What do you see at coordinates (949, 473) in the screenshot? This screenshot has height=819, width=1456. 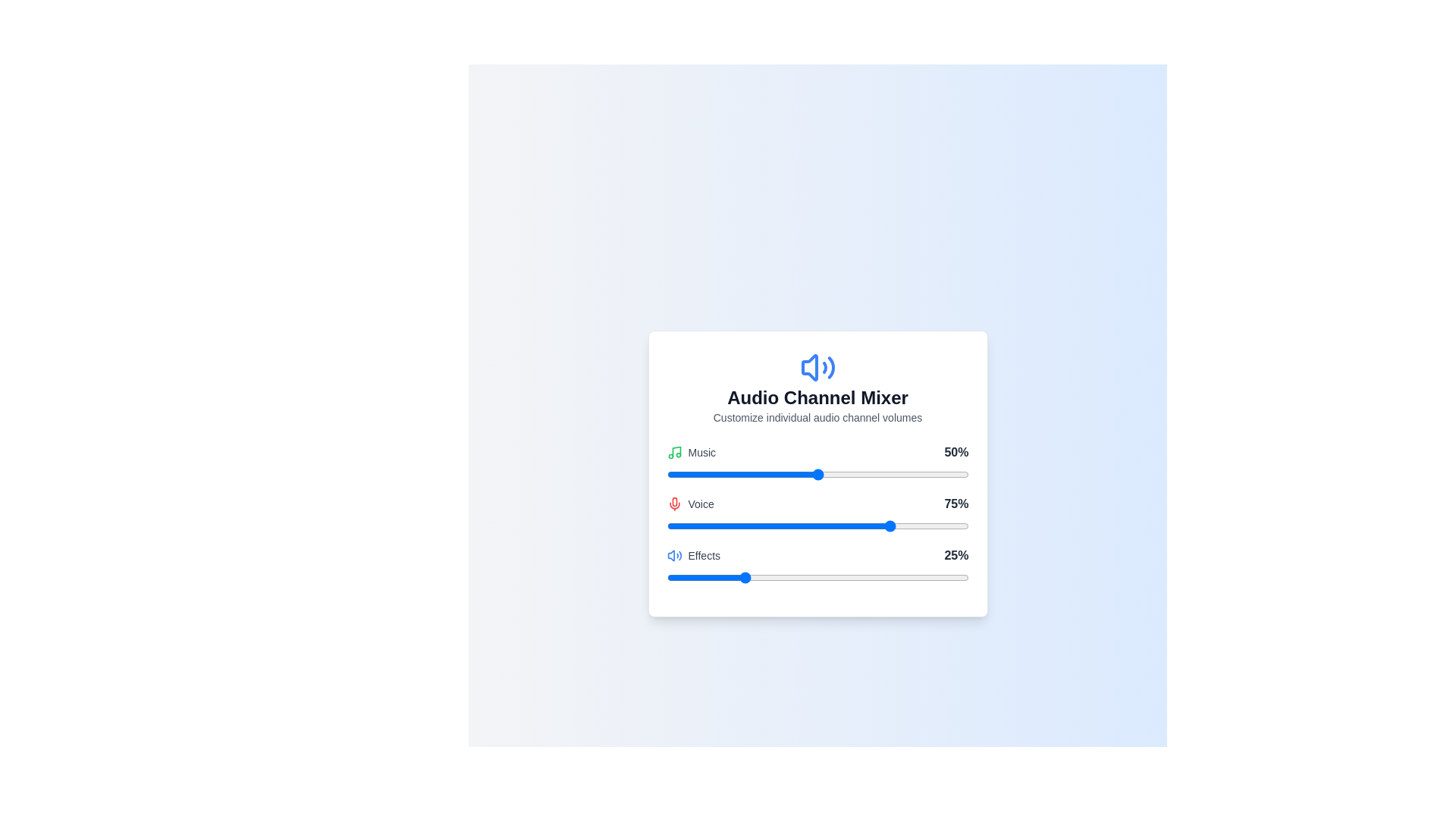 I see `music volume` at bounding box center [949, 473].